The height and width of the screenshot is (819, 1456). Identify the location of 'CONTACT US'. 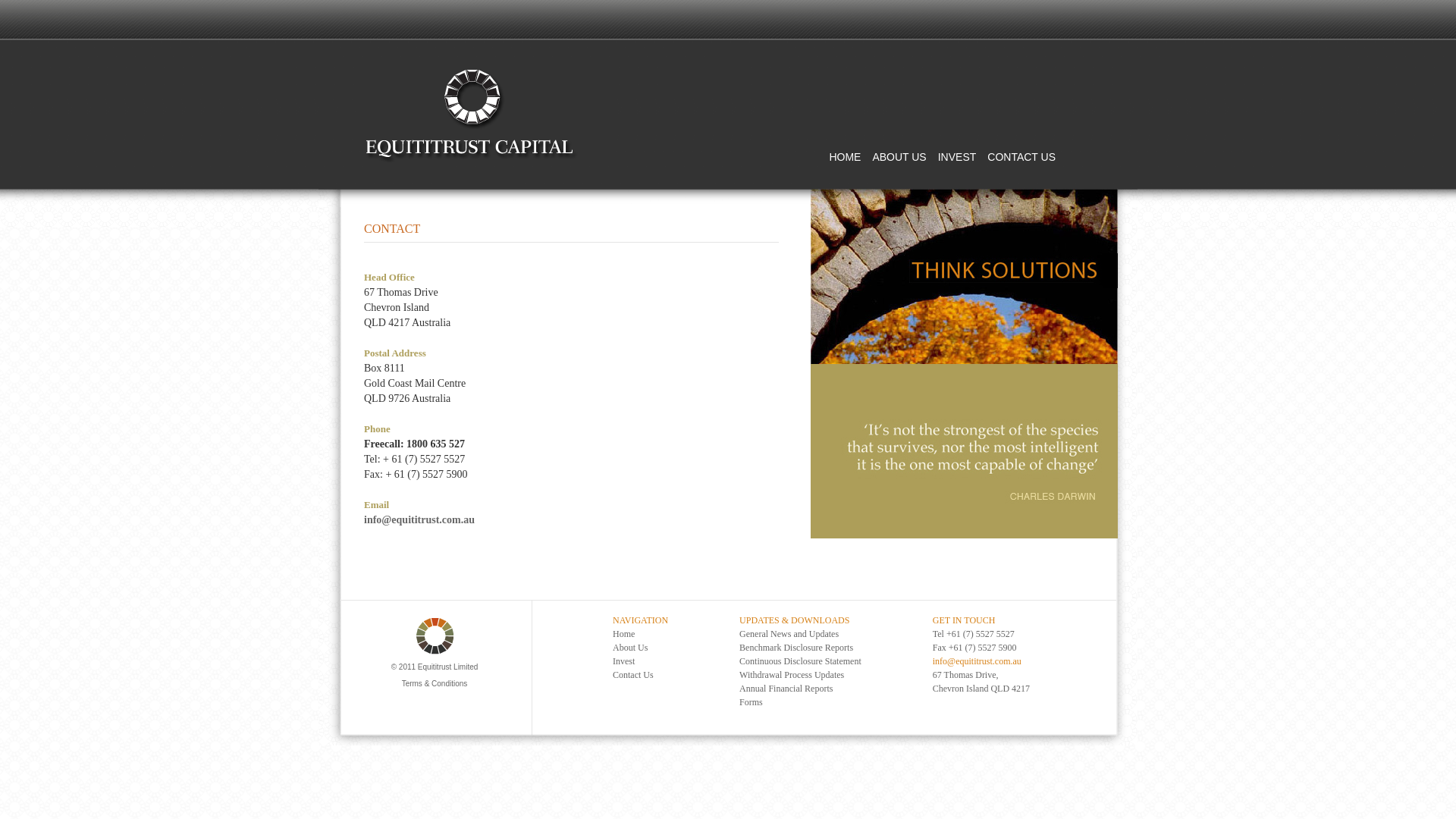
(1021, 157).